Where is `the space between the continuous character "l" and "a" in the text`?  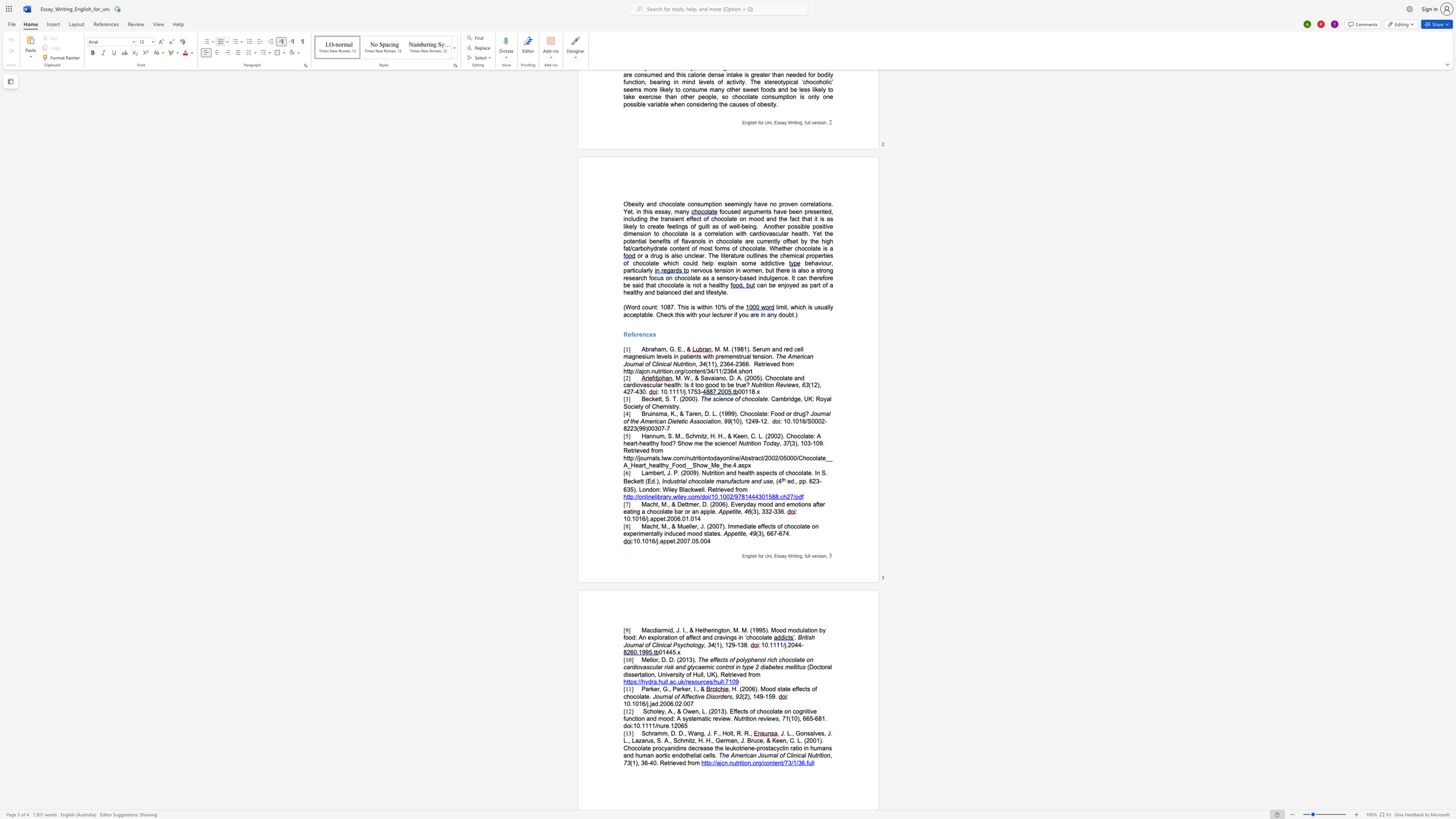
the space between the continuous character "l" and "a" in the text is located at coordinates (640, 696).